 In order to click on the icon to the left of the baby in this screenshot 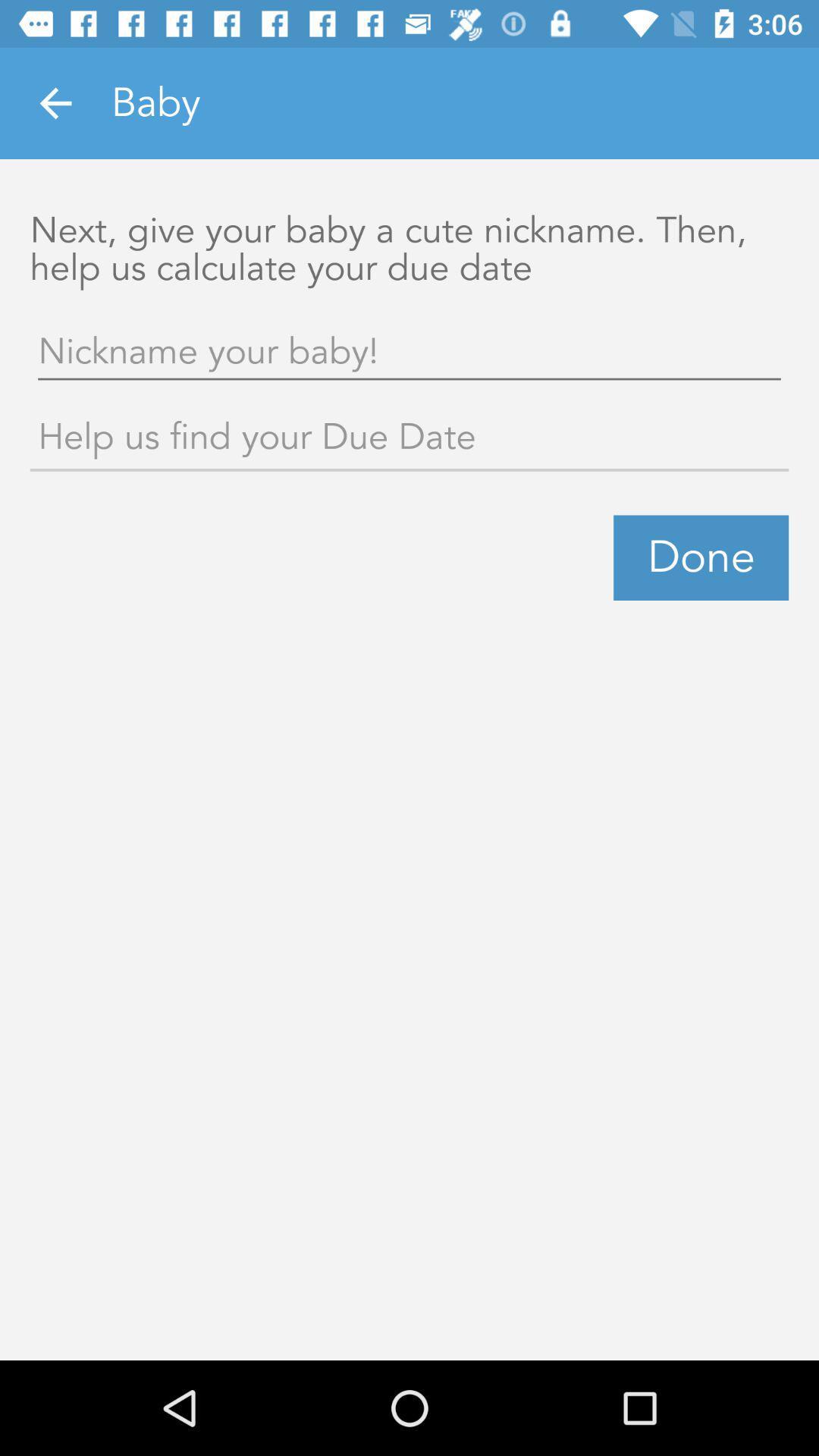, I will do `click(55, 102)`.